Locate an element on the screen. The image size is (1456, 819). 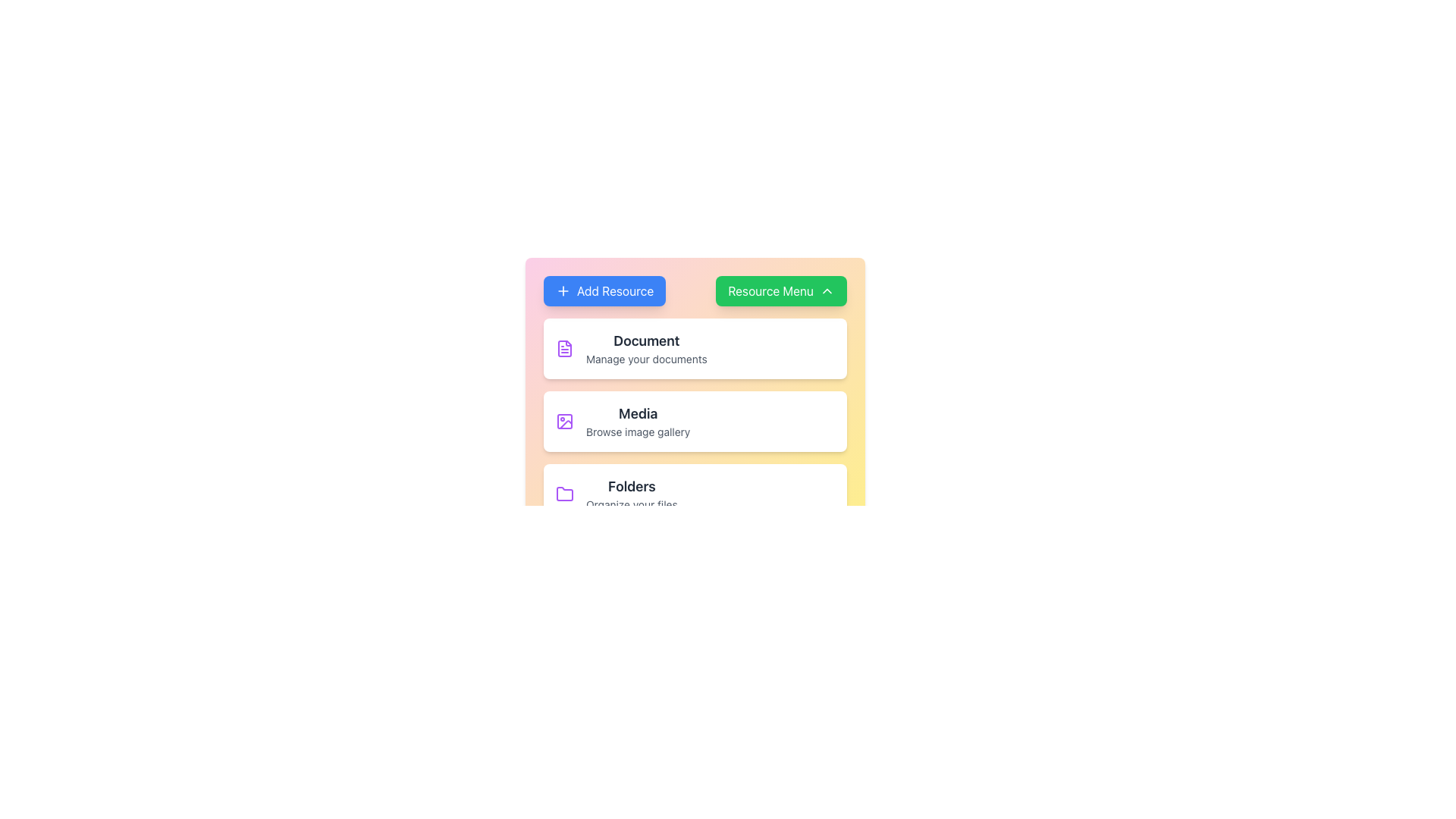
the square icon with a purple border and rounded corners, which contains a circular marker and is located to the left of the 'Media' heading is located at coordinates (563, 421).